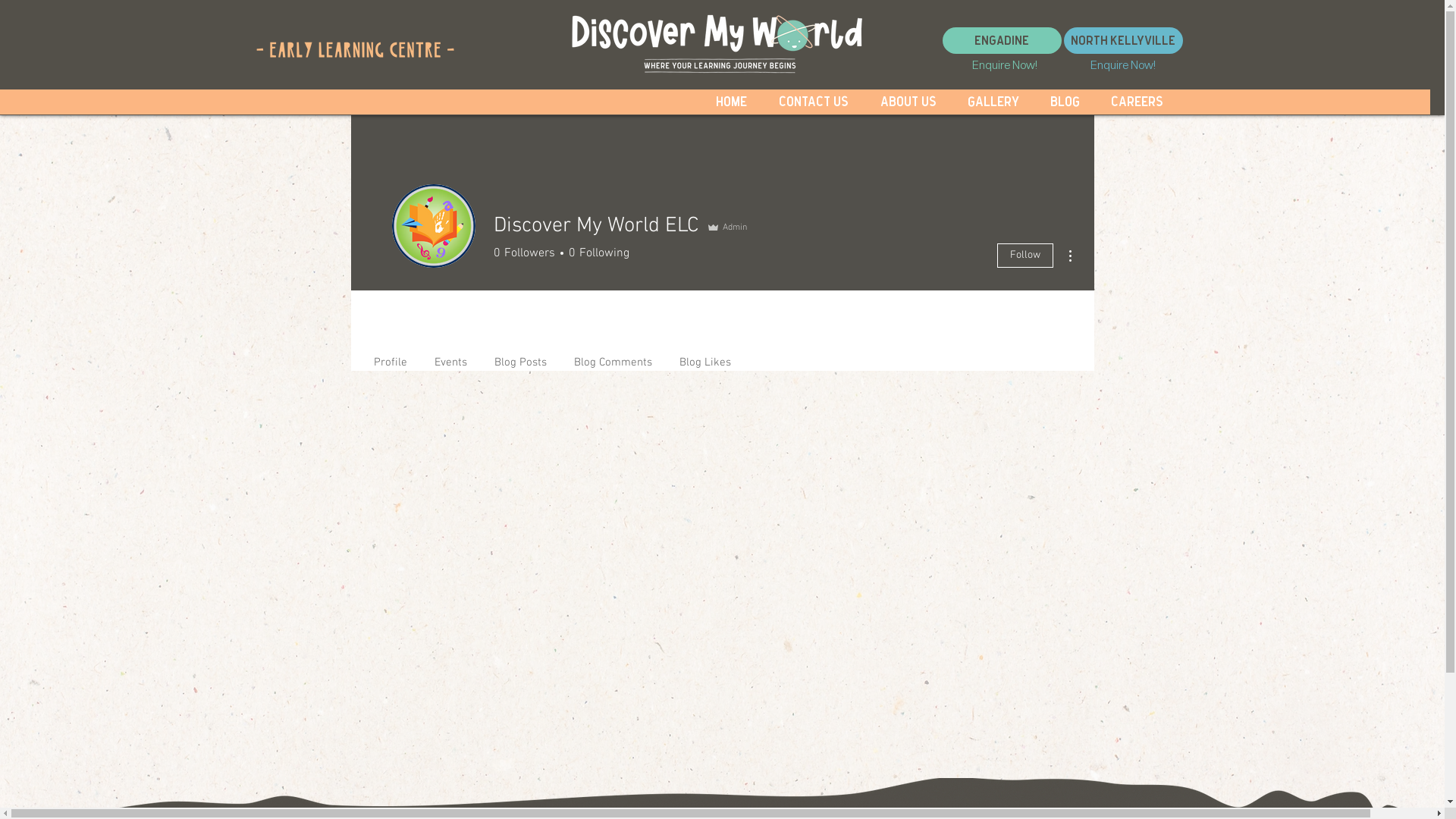 This screenshot has height=819, width=1456. What do you see at coordinates (595, 253) in the screenshot?
I see `'0` at bounding box center [595, 253].